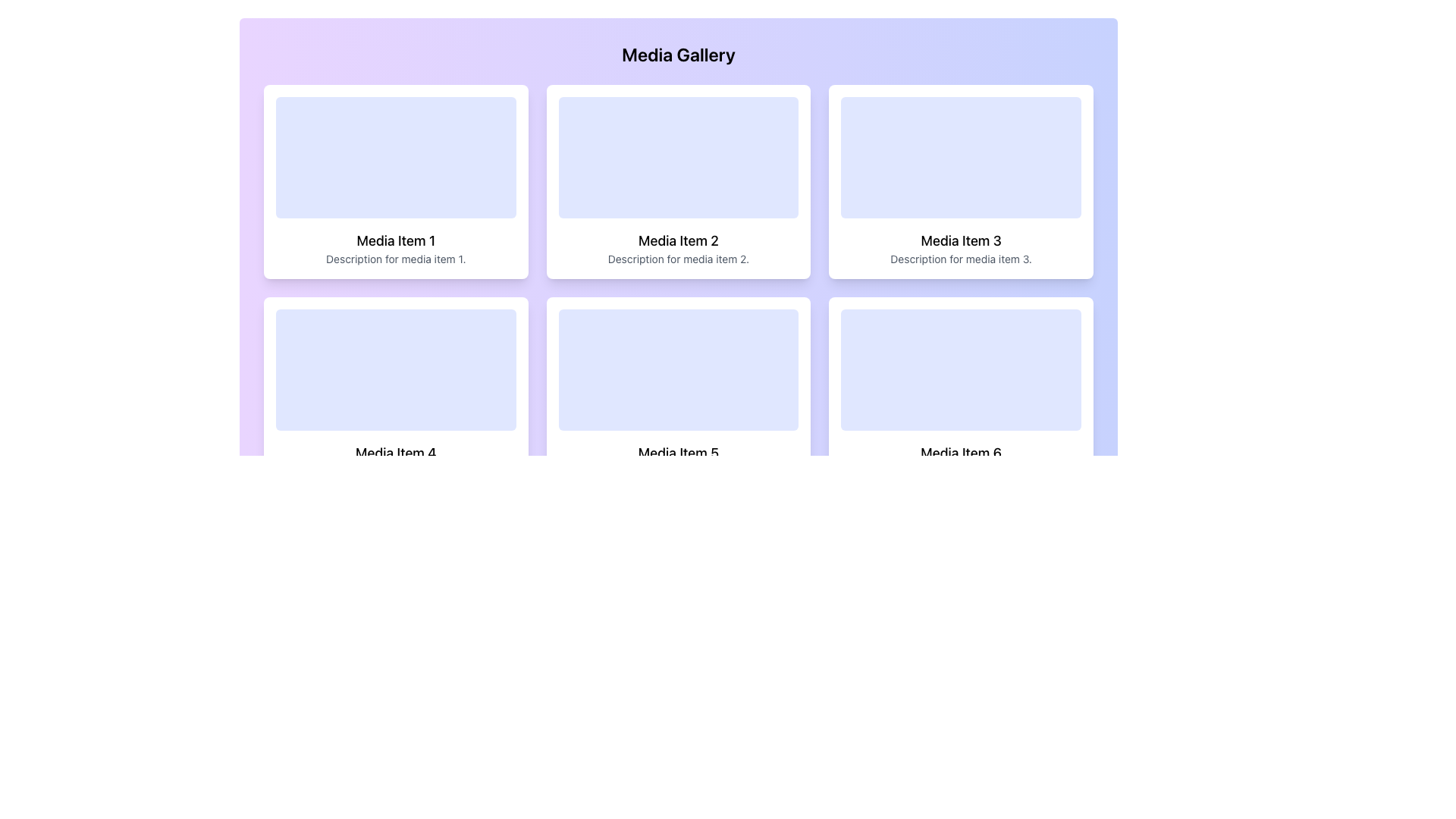  What do you see at coordinates (677, 259) in the screenshot?
I see `text label providing a brief description of the media item labeled 'Media Item 2', located directly below the heading in the Media Gallery grid` at bounding box center [677, 259].